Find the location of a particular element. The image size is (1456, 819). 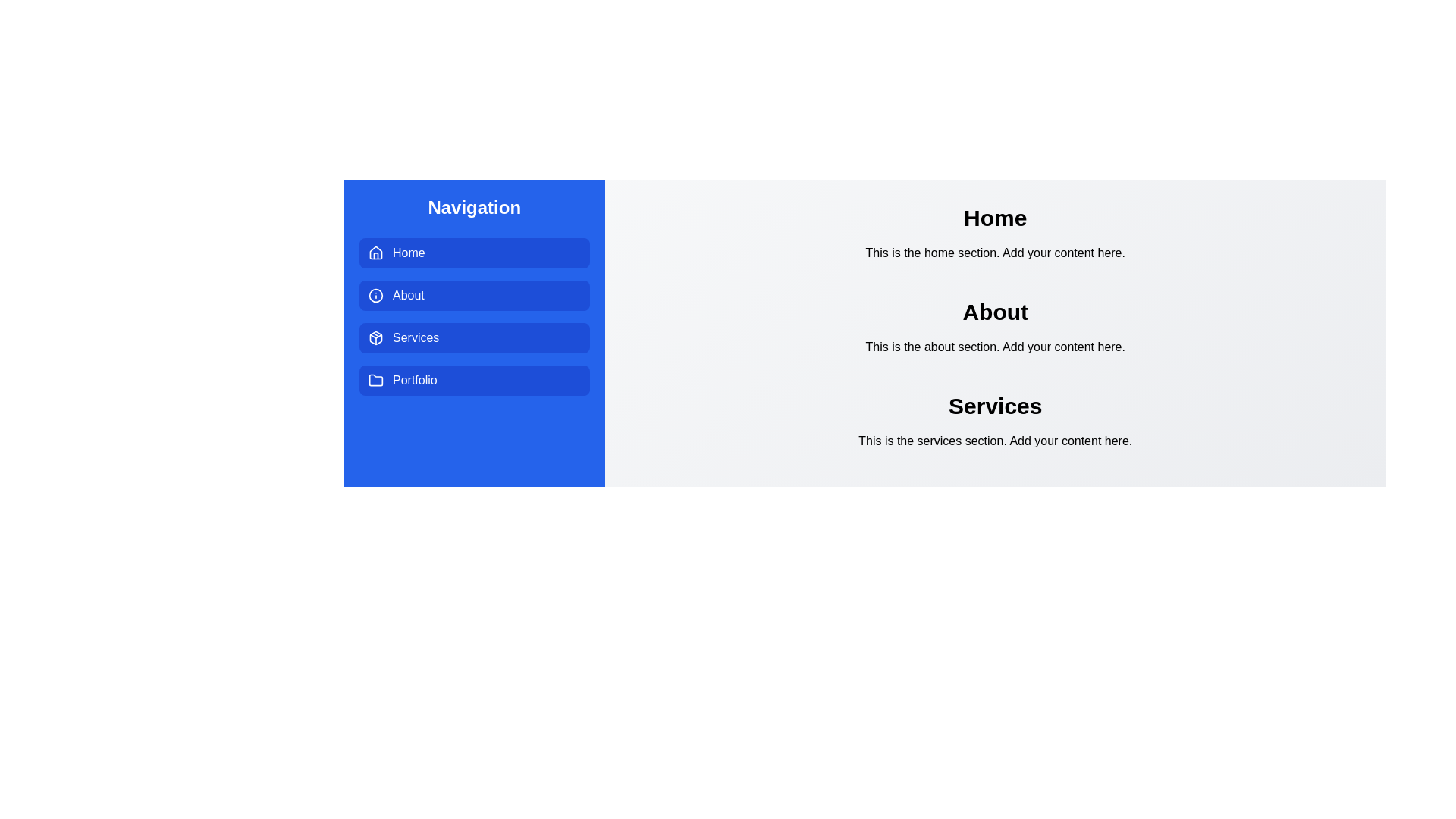

the text within the text block that contains the words 'This is the services section. Add your content here.' located directly beneath the header 'Services' is located at coordinates (995, 441).